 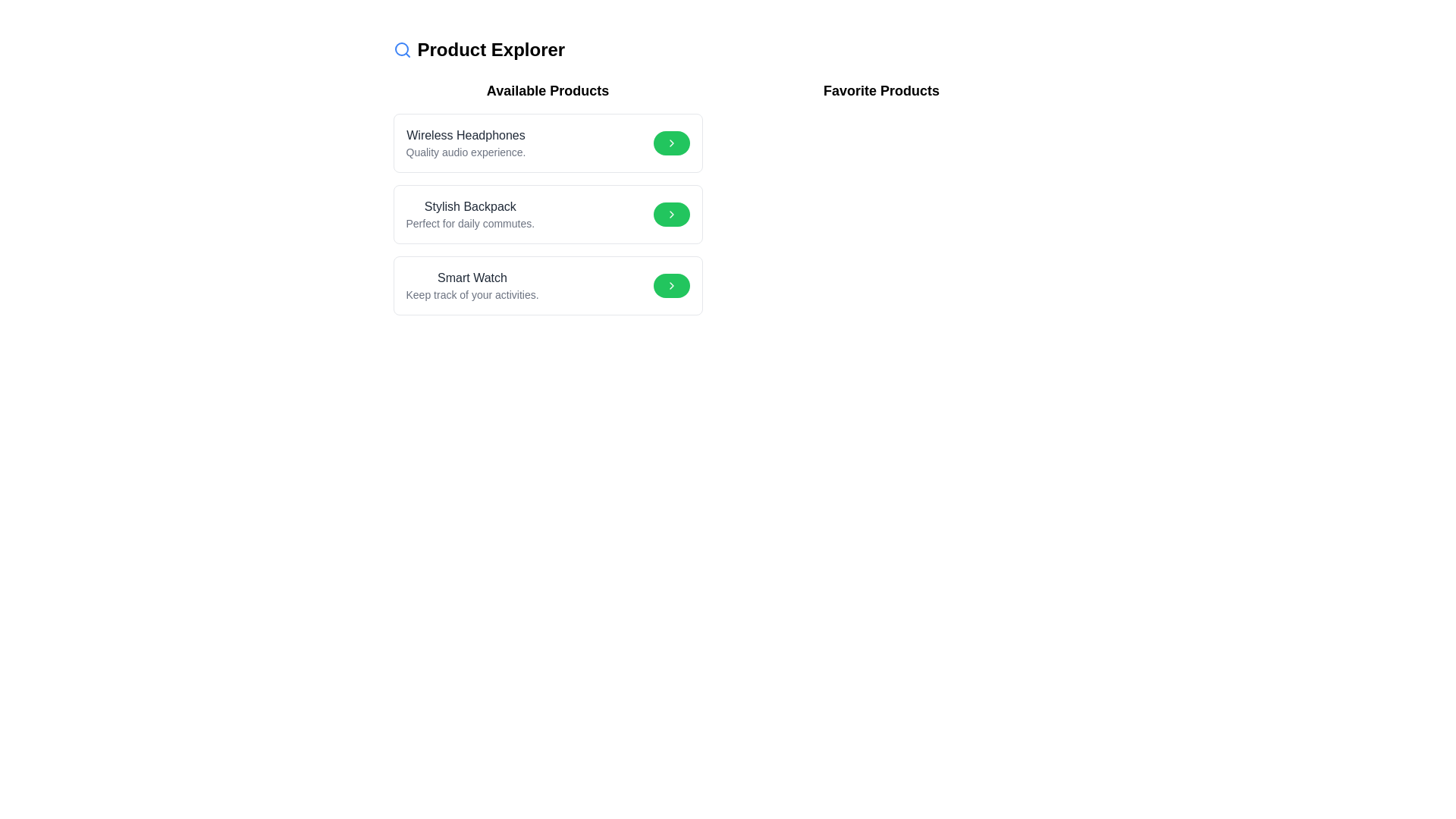 What do you see at coordinates (465, 134) in the screenshot?
I see `the text label identifying the product titled 'Wireless Headphones', which is the first product listed under the 'Available Products' heading` at bounding box center [465, 134].